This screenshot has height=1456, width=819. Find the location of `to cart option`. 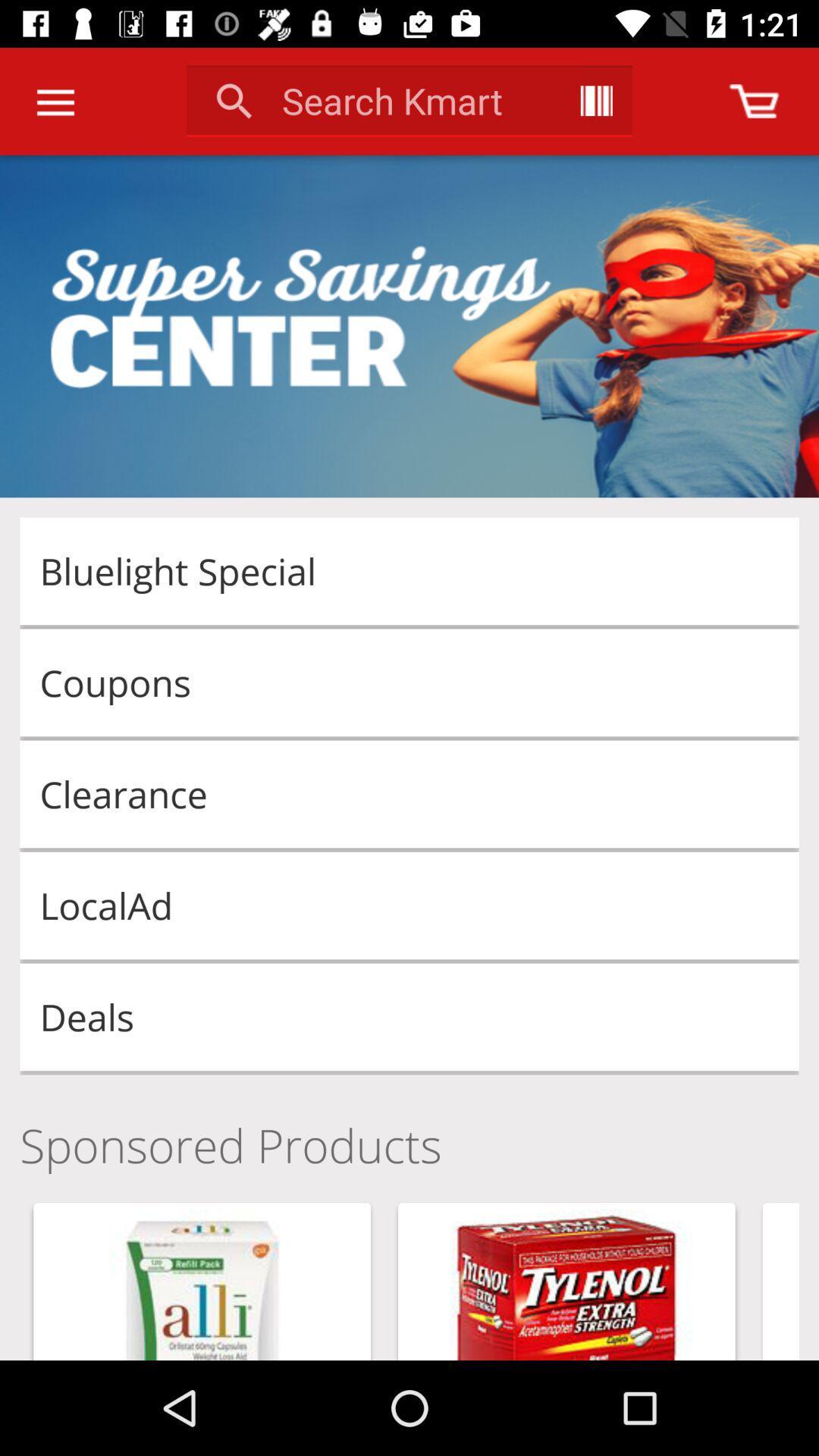

to cart option is located at coordinates (754, 100).